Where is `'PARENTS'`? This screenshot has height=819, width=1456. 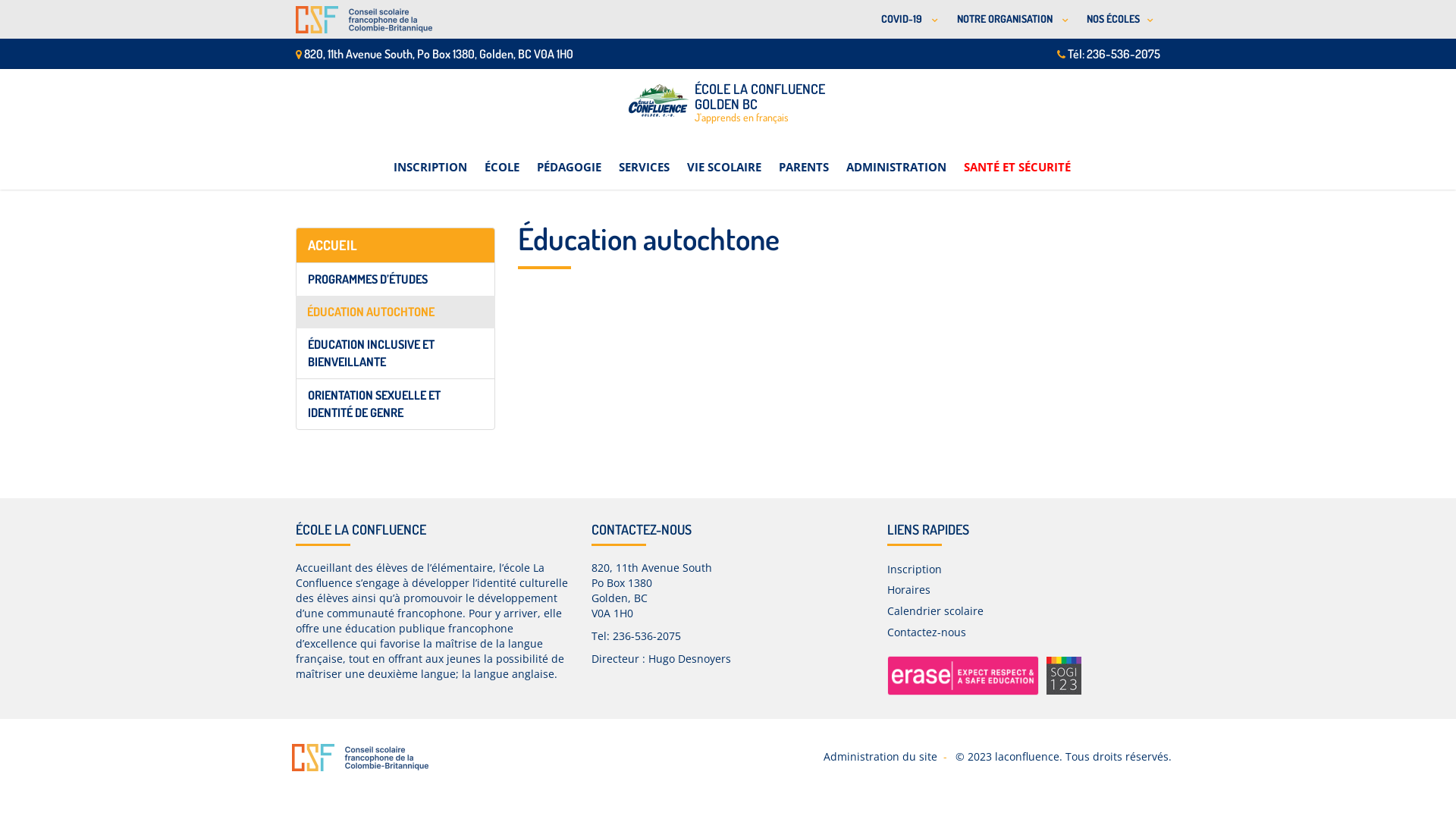
'PARENTS' is located at coordinates (802, 158).